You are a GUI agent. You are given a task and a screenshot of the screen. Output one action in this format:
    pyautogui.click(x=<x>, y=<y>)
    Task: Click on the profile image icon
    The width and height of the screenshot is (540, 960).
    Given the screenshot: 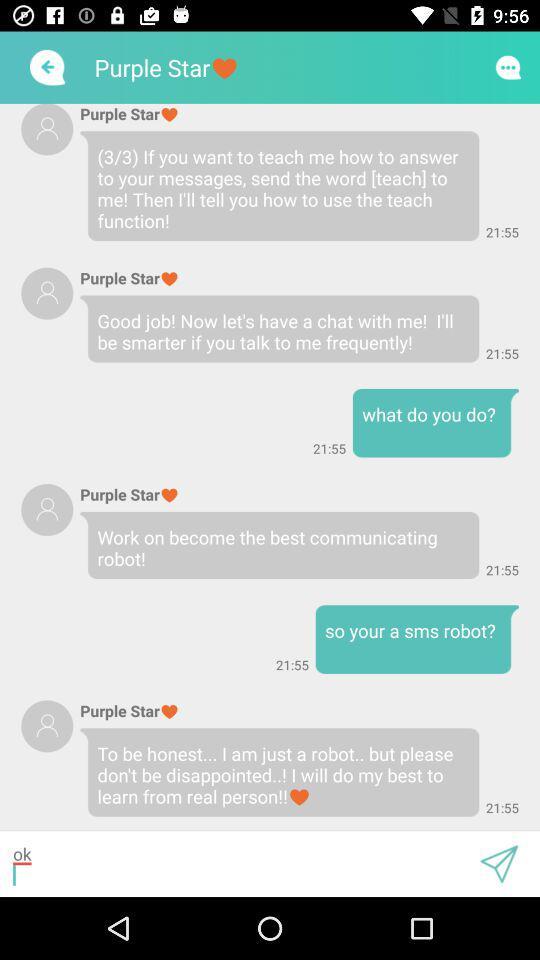 What is the action you would take?
    pyautogui.click(x=47, y=508)
    